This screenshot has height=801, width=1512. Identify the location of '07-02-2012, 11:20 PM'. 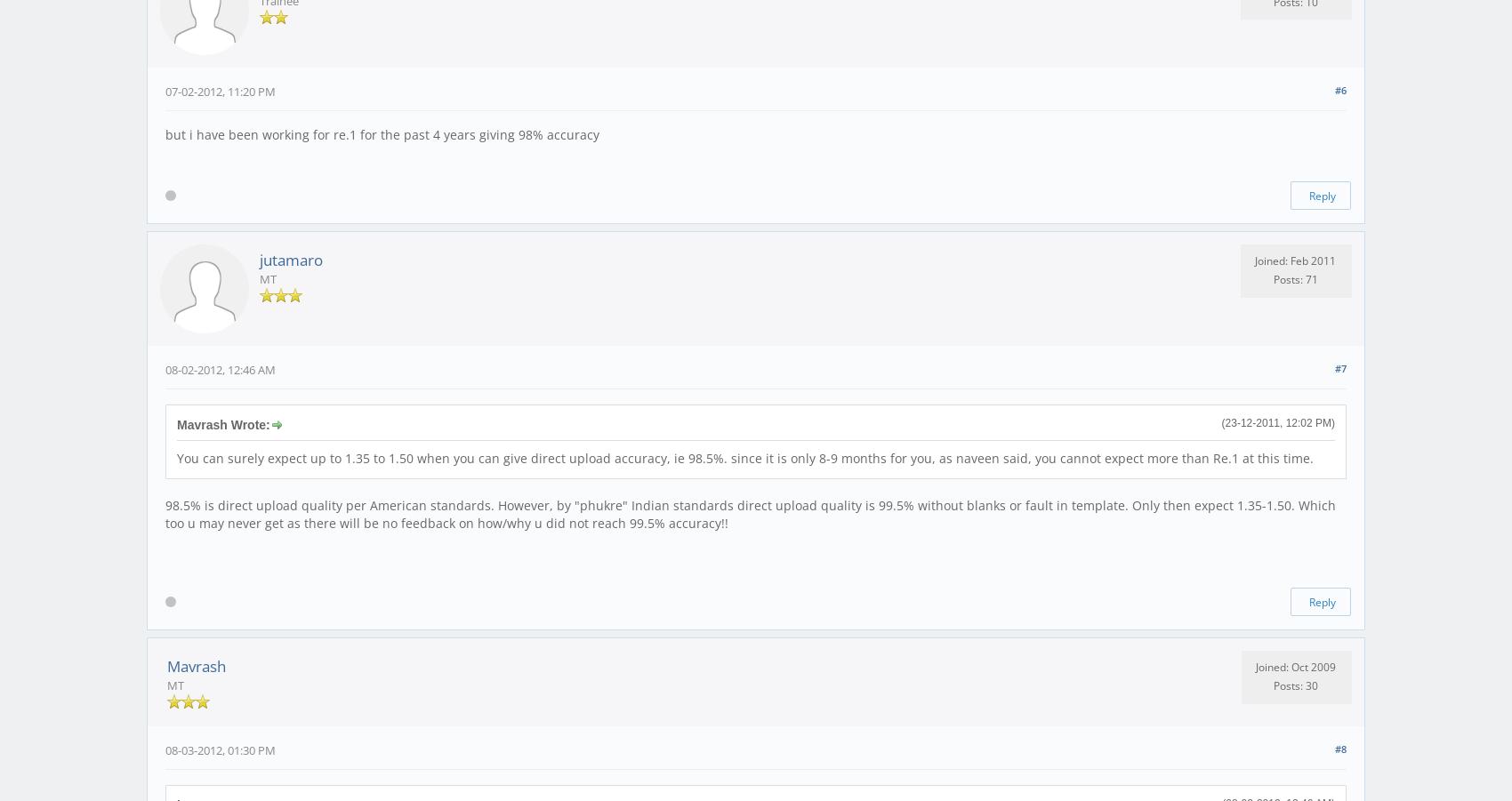
(221, 90).